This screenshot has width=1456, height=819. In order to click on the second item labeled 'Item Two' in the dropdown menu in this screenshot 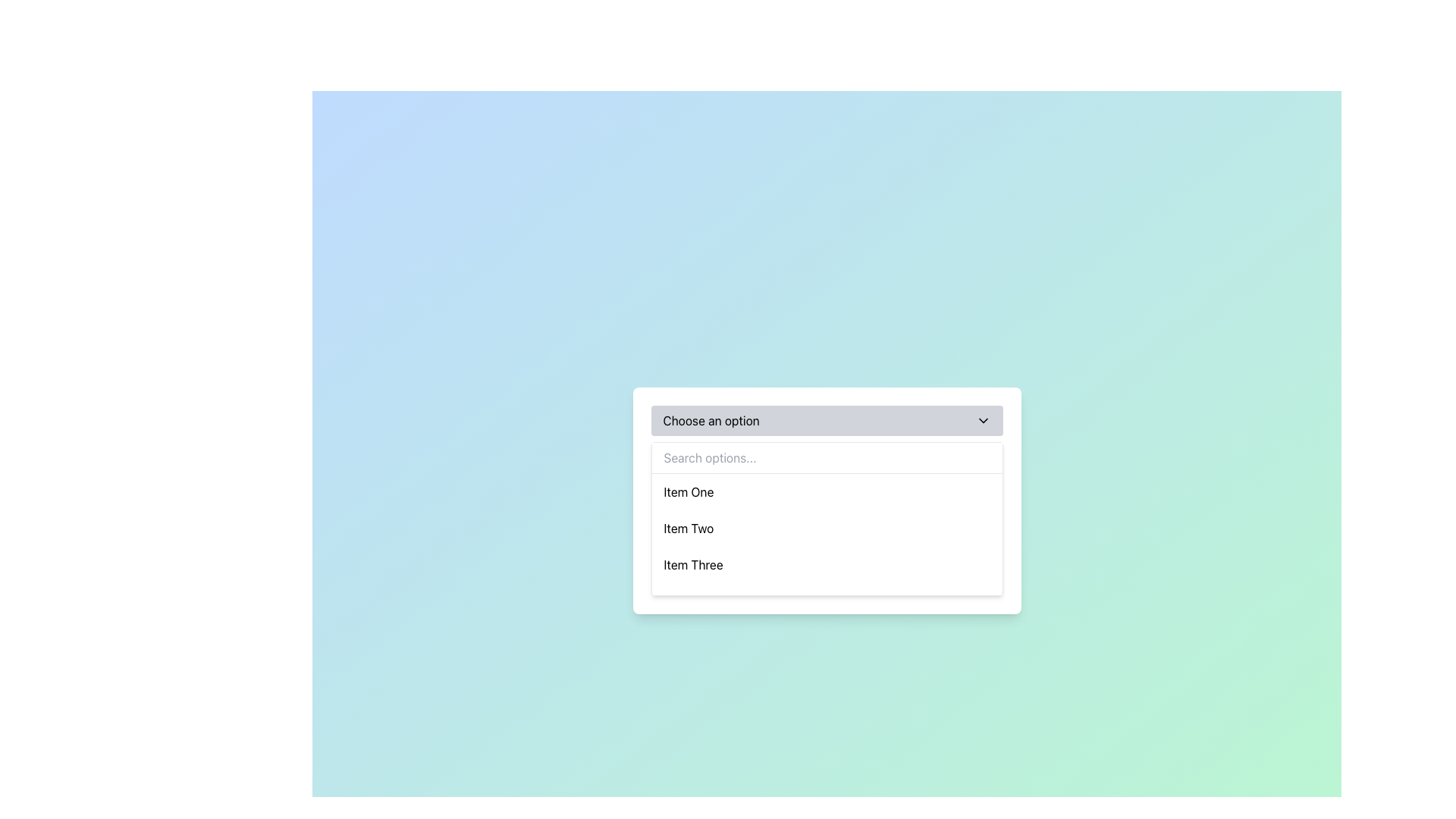, I will do `click(826, 517)`.